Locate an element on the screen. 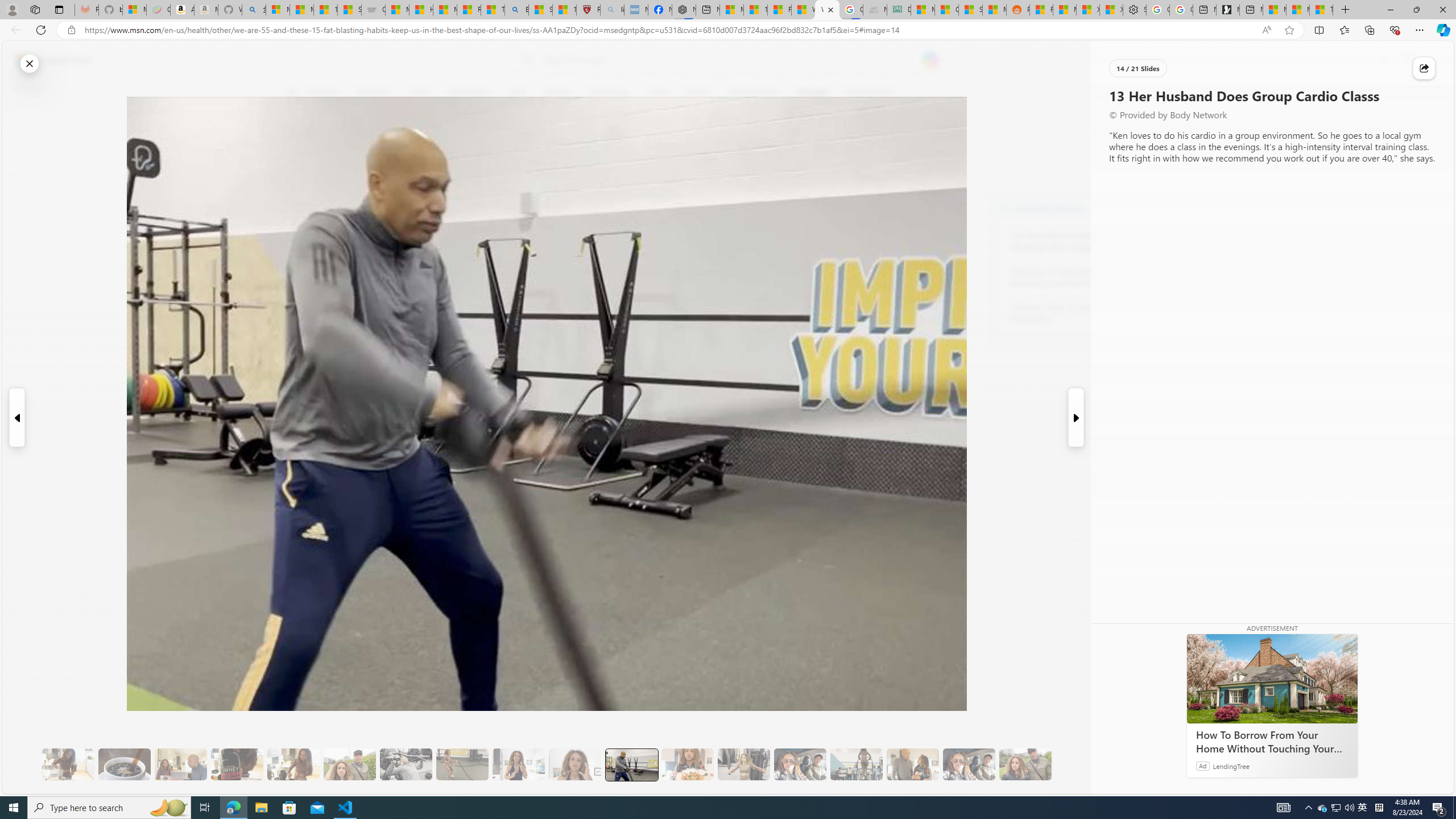  'Combat Siege' is located at coordinates (373, 9).